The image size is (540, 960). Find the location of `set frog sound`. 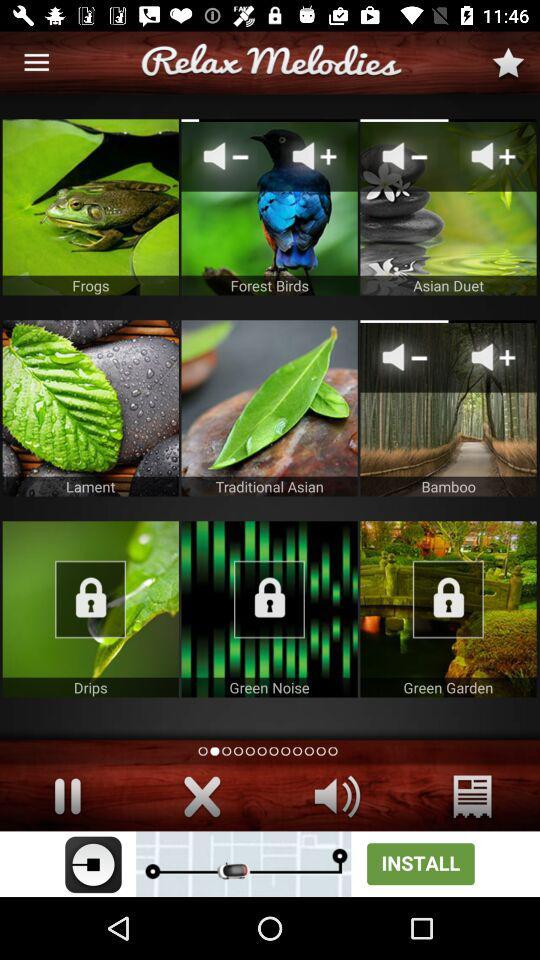

set frog sound is located at coordinates (89, 207).